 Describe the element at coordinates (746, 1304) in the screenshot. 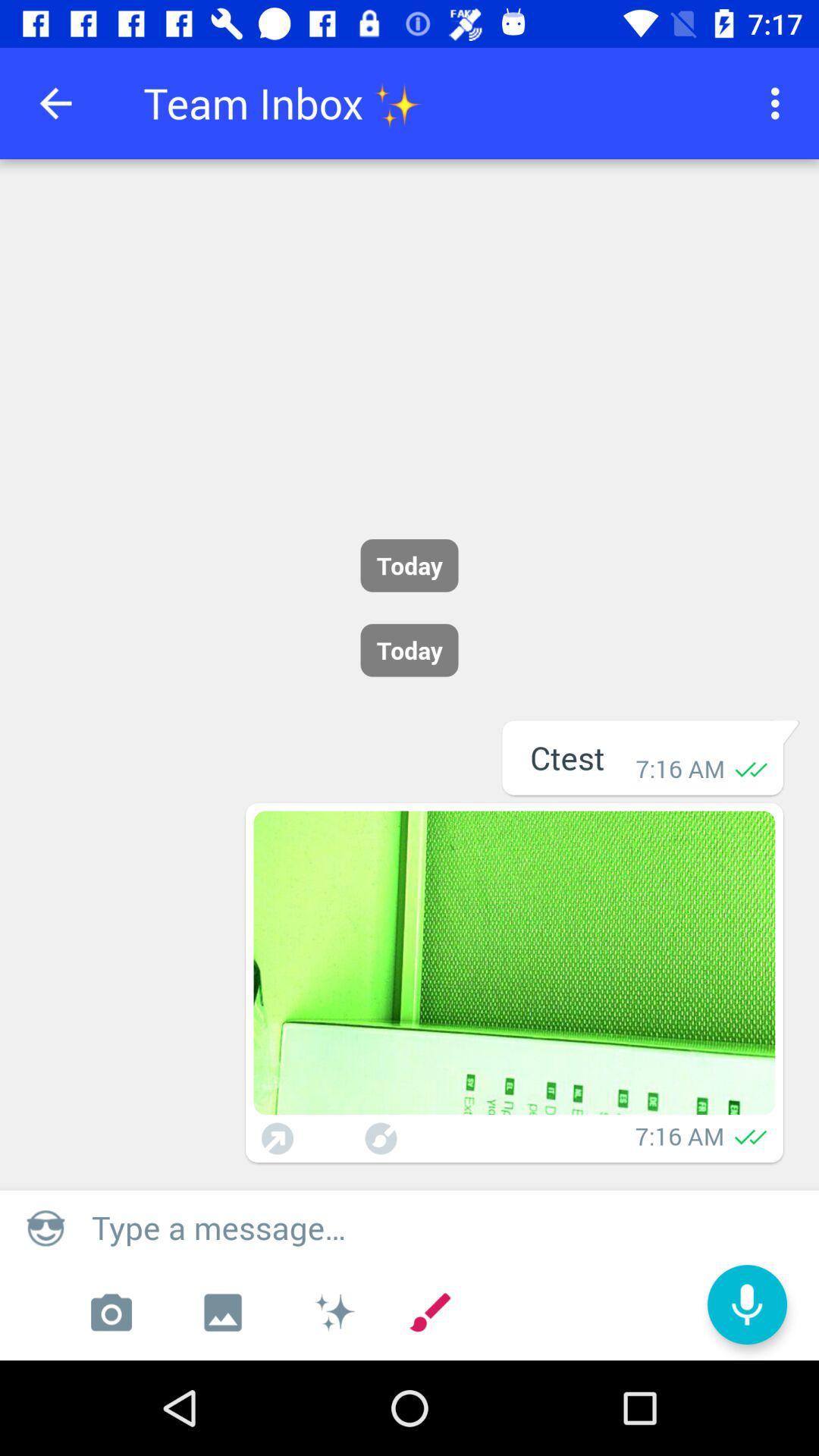

I see `the microphone option` at that location.